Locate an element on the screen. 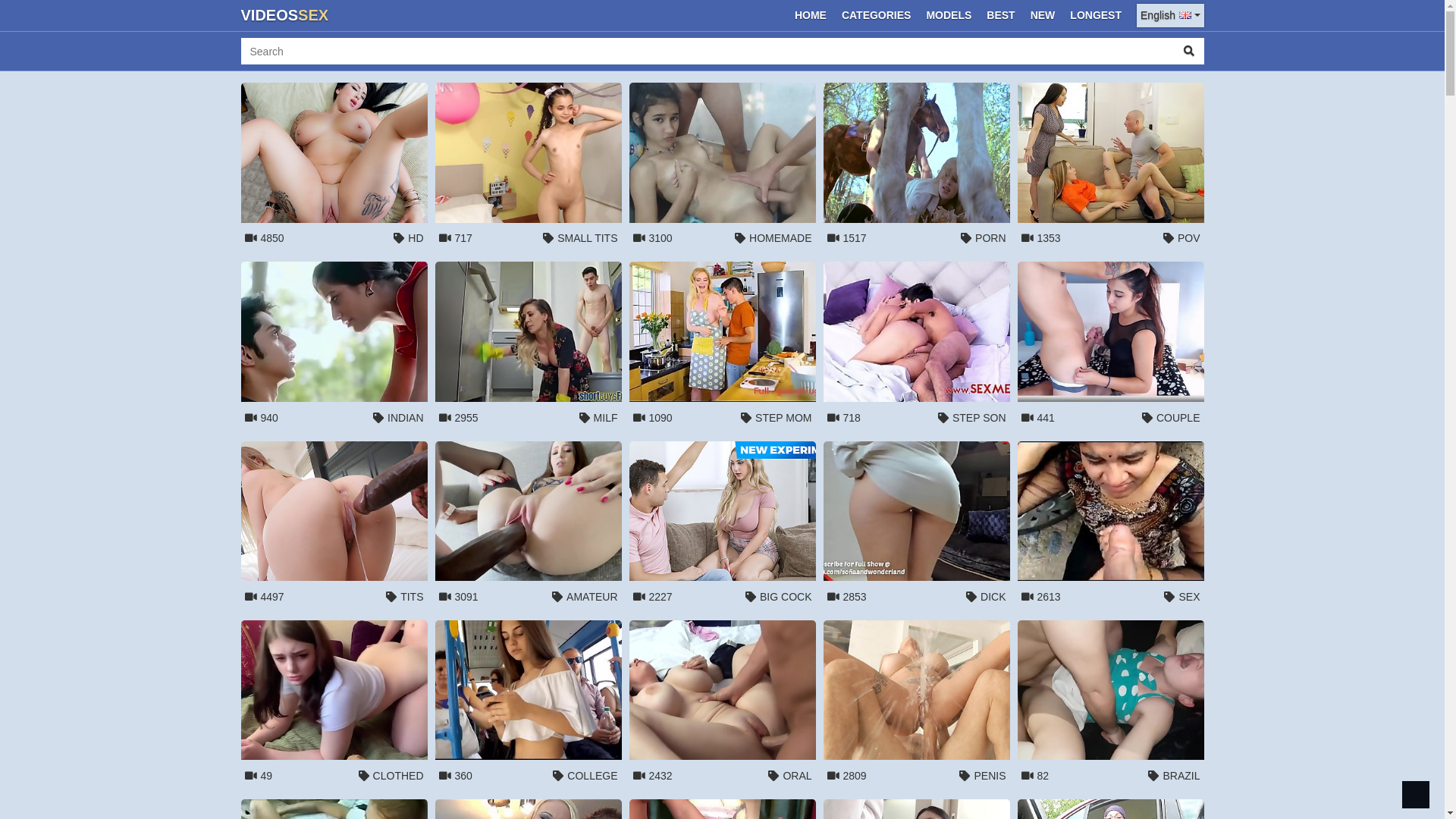 The image size is (1456, 819). '1517 is located at coordinates (916, 168).